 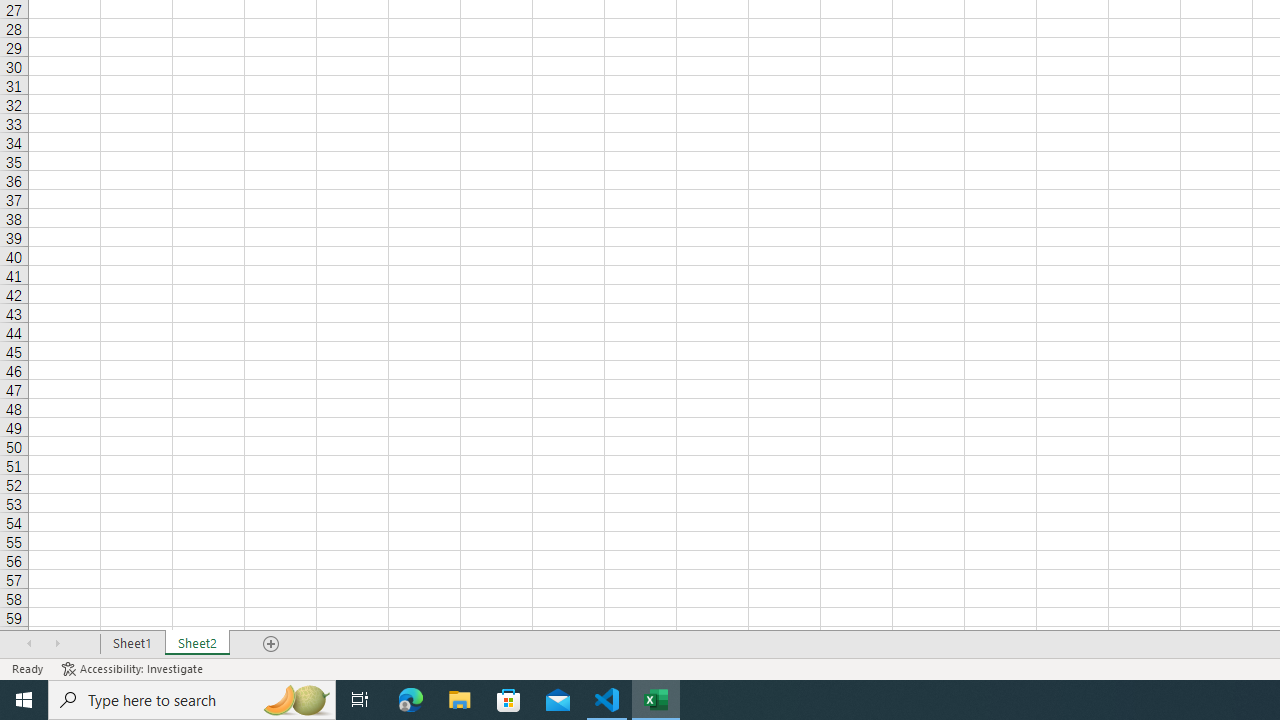 I want to click on 'Microsoft Edge', so click(x=410, y=698).